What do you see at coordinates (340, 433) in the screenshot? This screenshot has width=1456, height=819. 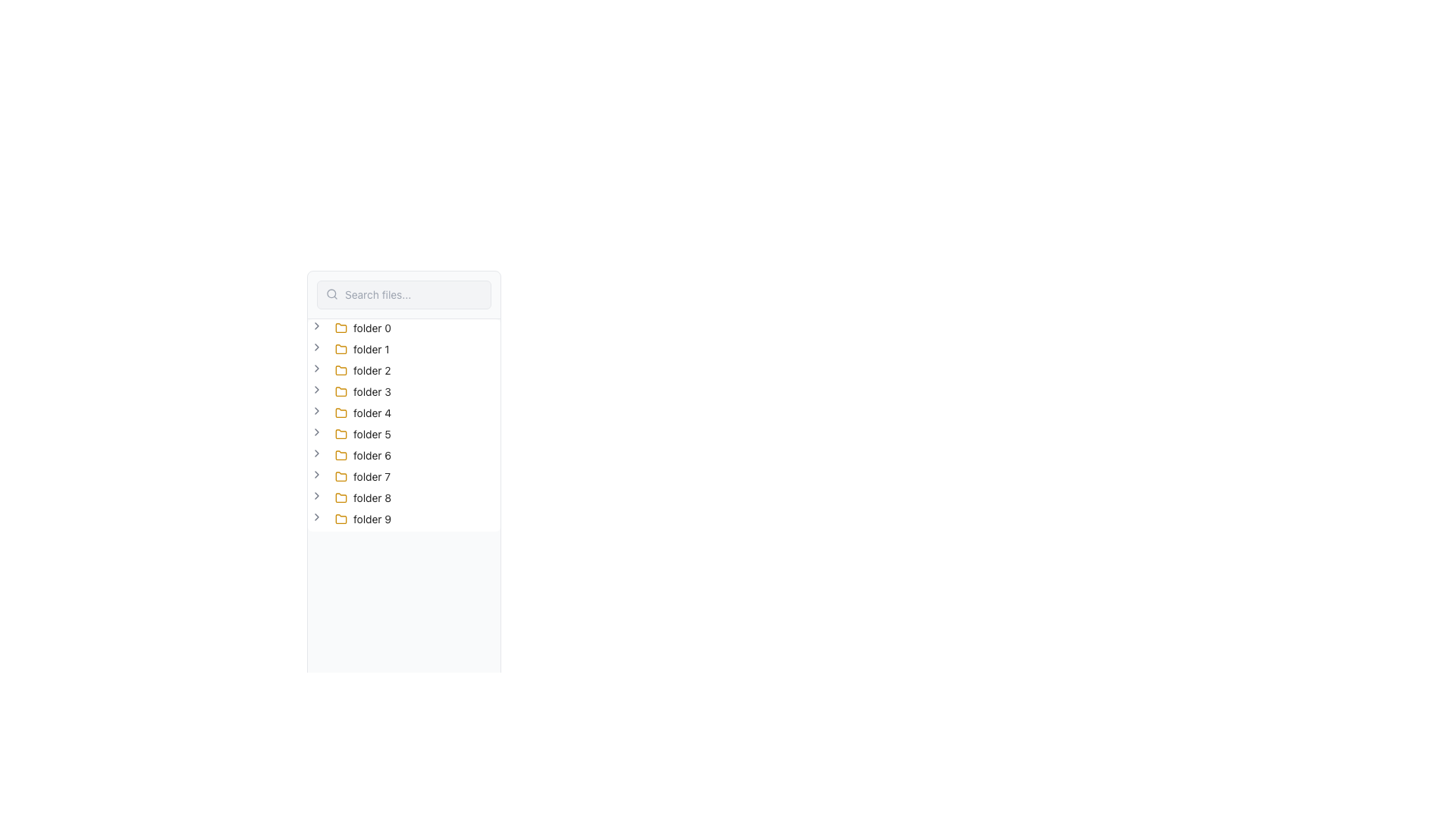 I see `the folder icon labeled 'folder 5', which is the sixth item in the vertically aligned list of folders` at bounding box center [340, 433].